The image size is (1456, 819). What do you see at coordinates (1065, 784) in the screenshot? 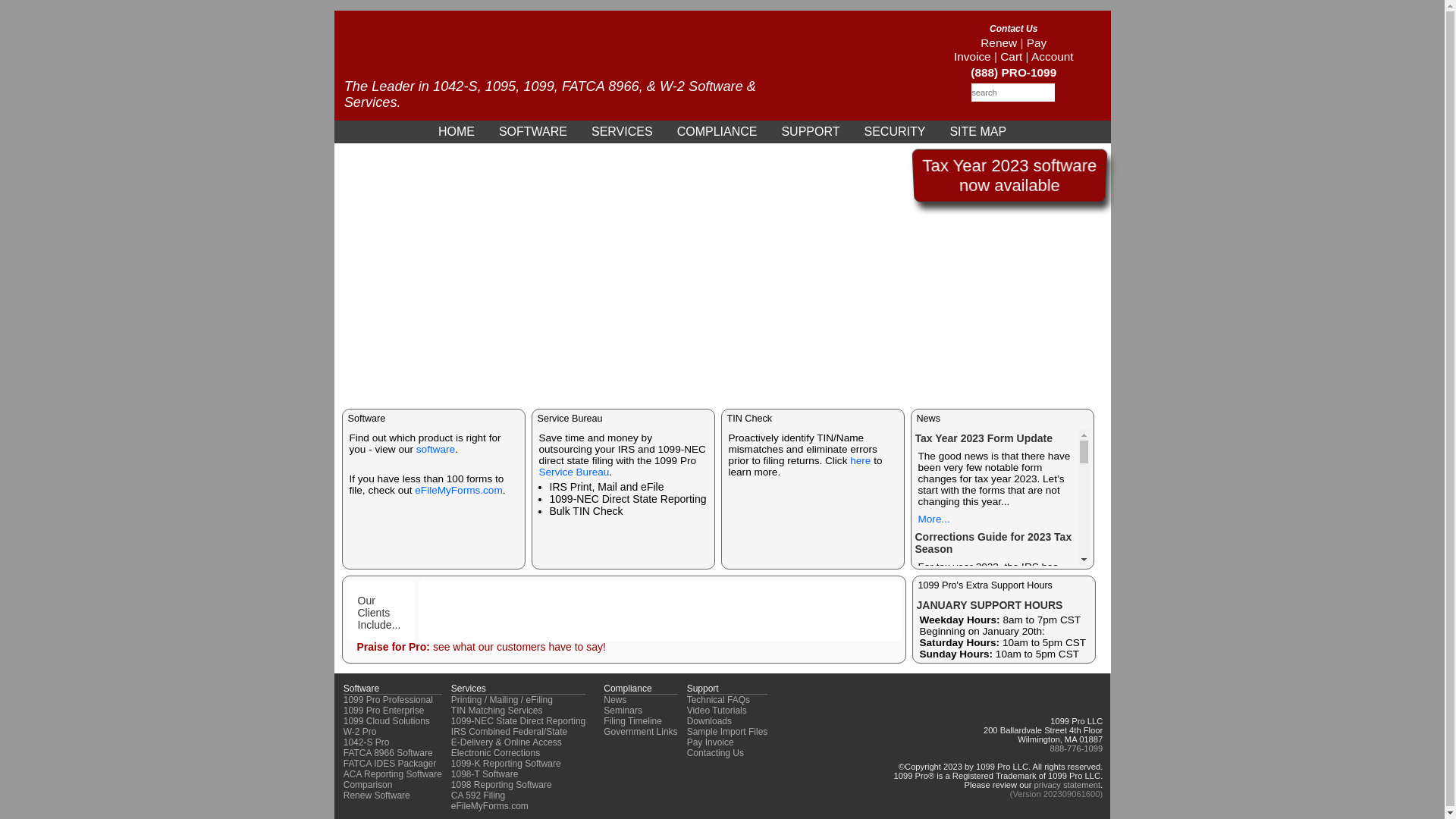
I see `'privacy statement'` at bounding box center [1065, 784].